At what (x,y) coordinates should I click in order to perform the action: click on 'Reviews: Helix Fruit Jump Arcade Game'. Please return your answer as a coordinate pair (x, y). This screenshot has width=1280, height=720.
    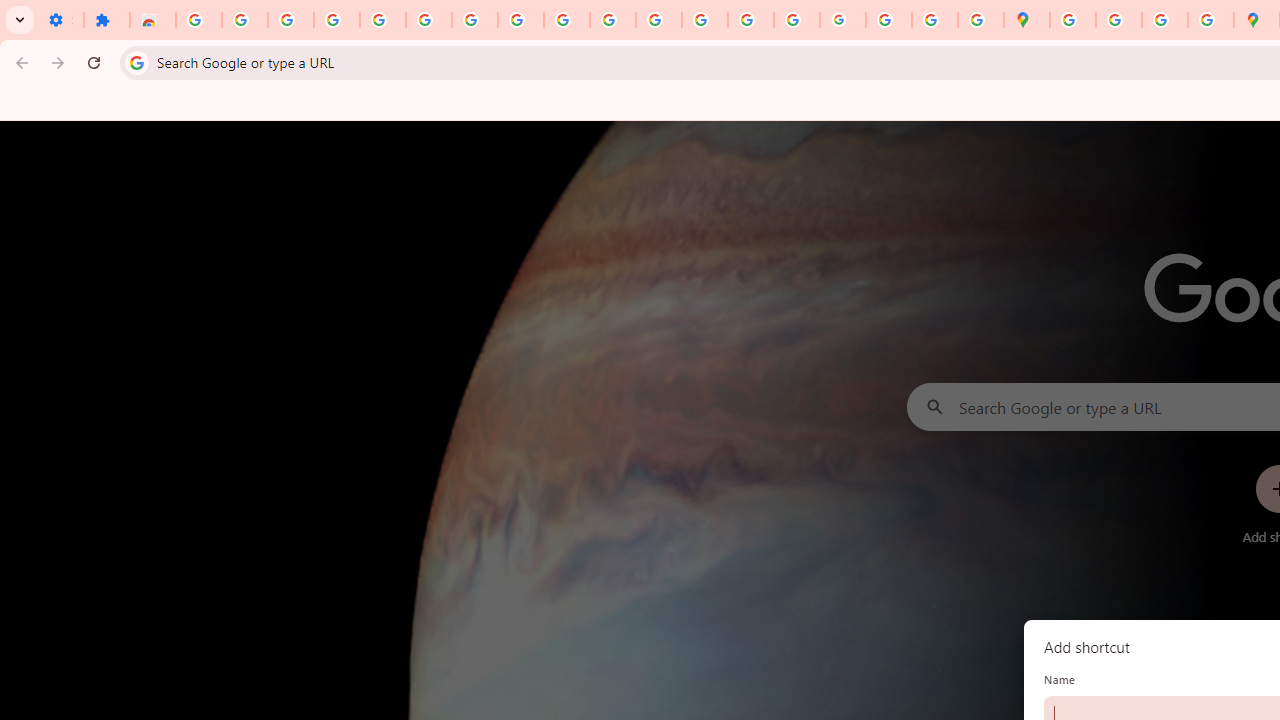
    Looking at the image, I should click on (152, 20).